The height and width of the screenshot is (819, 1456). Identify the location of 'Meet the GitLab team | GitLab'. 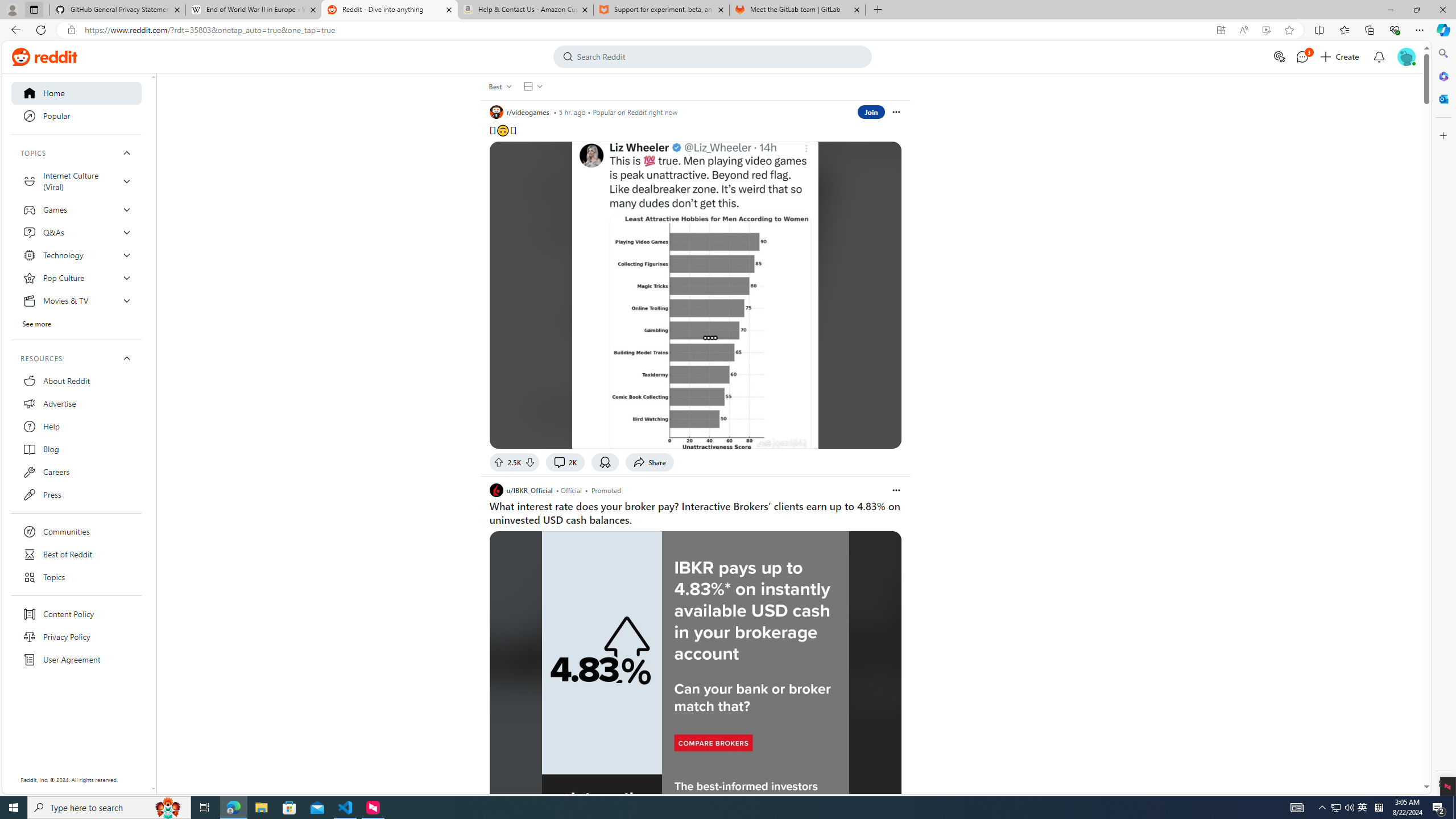
(797, 9).